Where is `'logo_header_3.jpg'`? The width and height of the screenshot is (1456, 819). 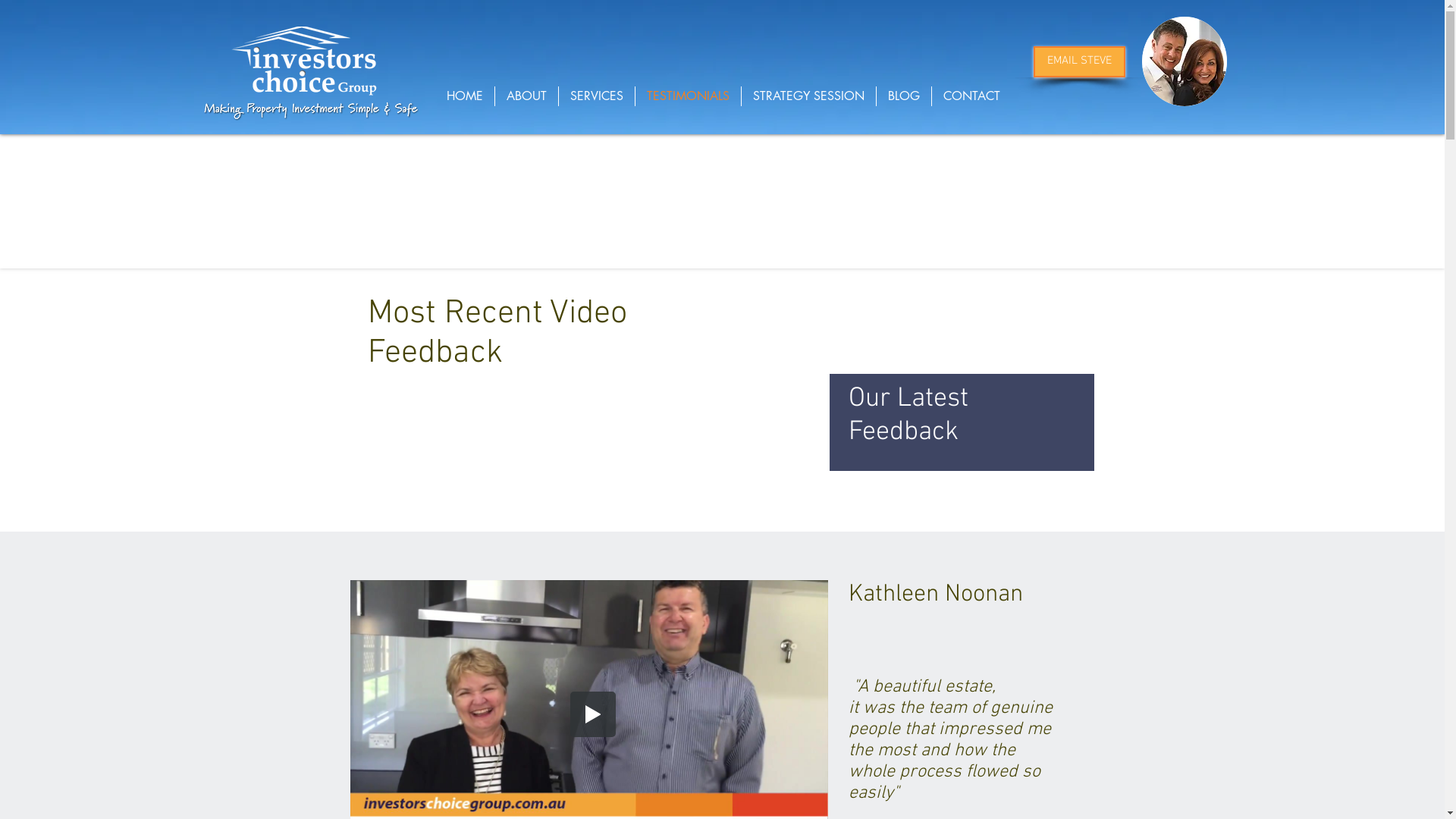 'logo_header_3.jpg' is located at coordinates (303, 61).